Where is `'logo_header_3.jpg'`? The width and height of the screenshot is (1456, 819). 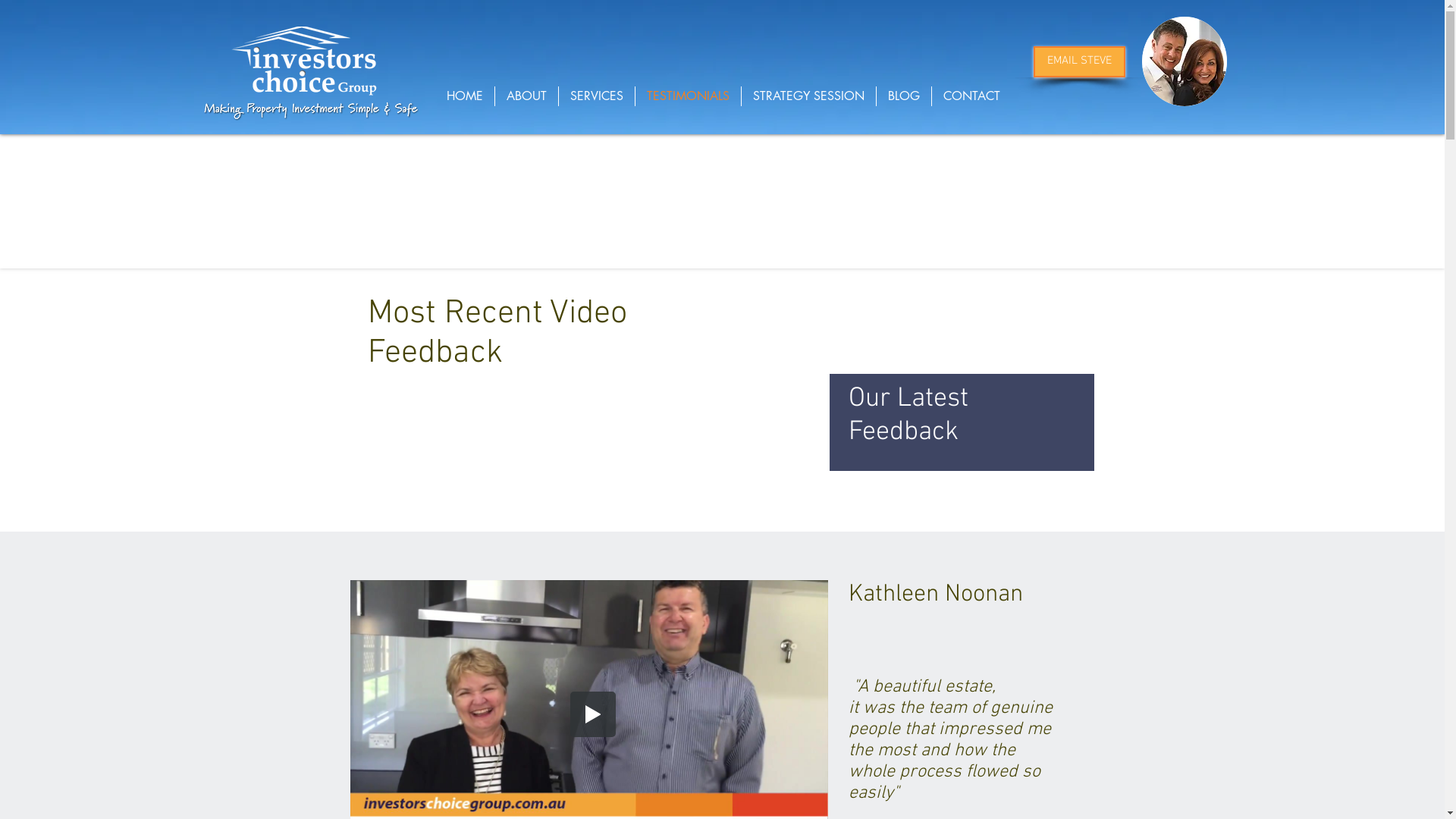 'logo_header_3.jpg' is located at coordinates (303, 61).